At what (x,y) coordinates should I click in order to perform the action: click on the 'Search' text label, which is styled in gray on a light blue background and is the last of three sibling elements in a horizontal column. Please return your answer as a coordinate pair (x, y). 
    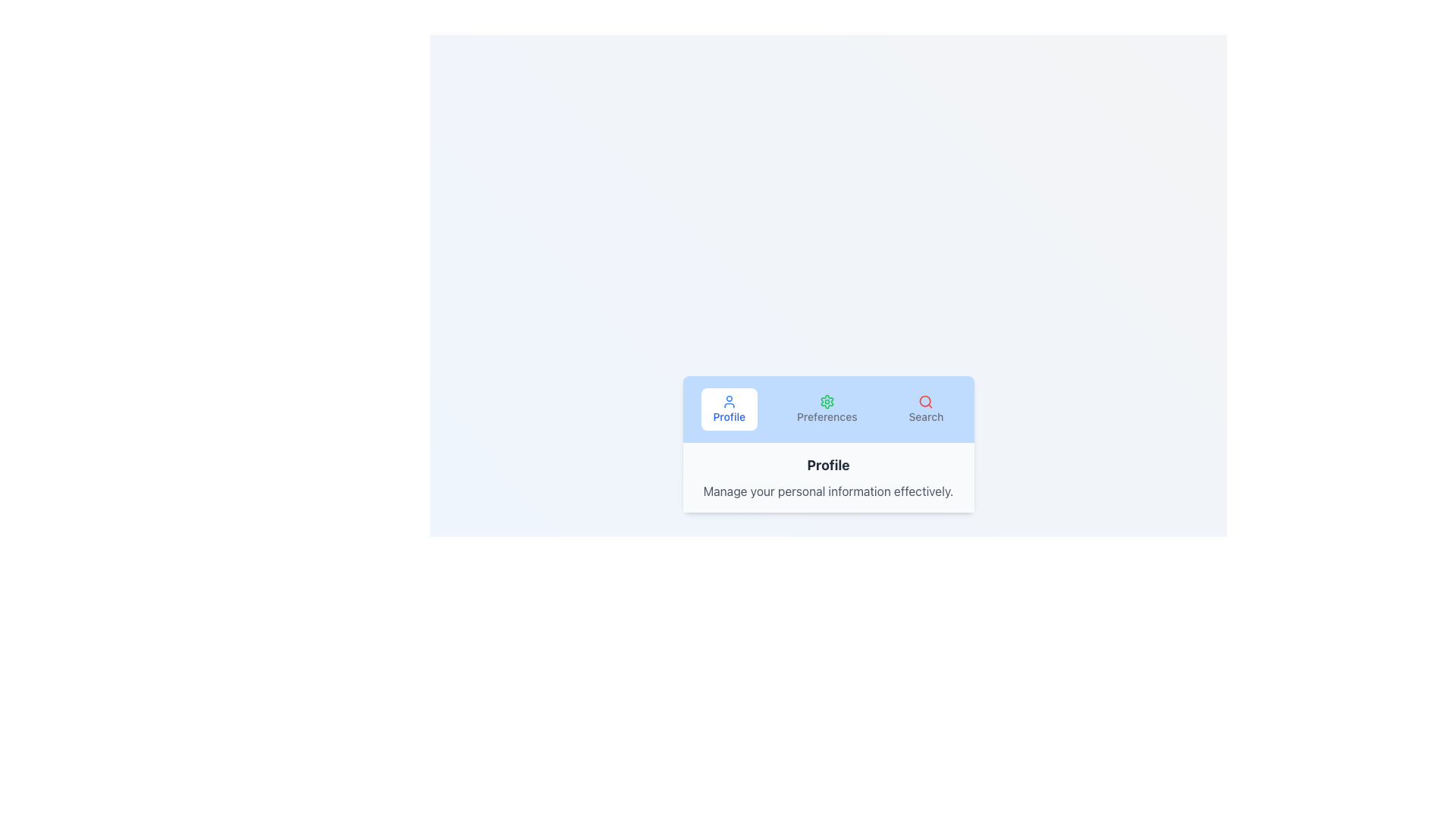
    Looking at the image, I should click on (925, 417).